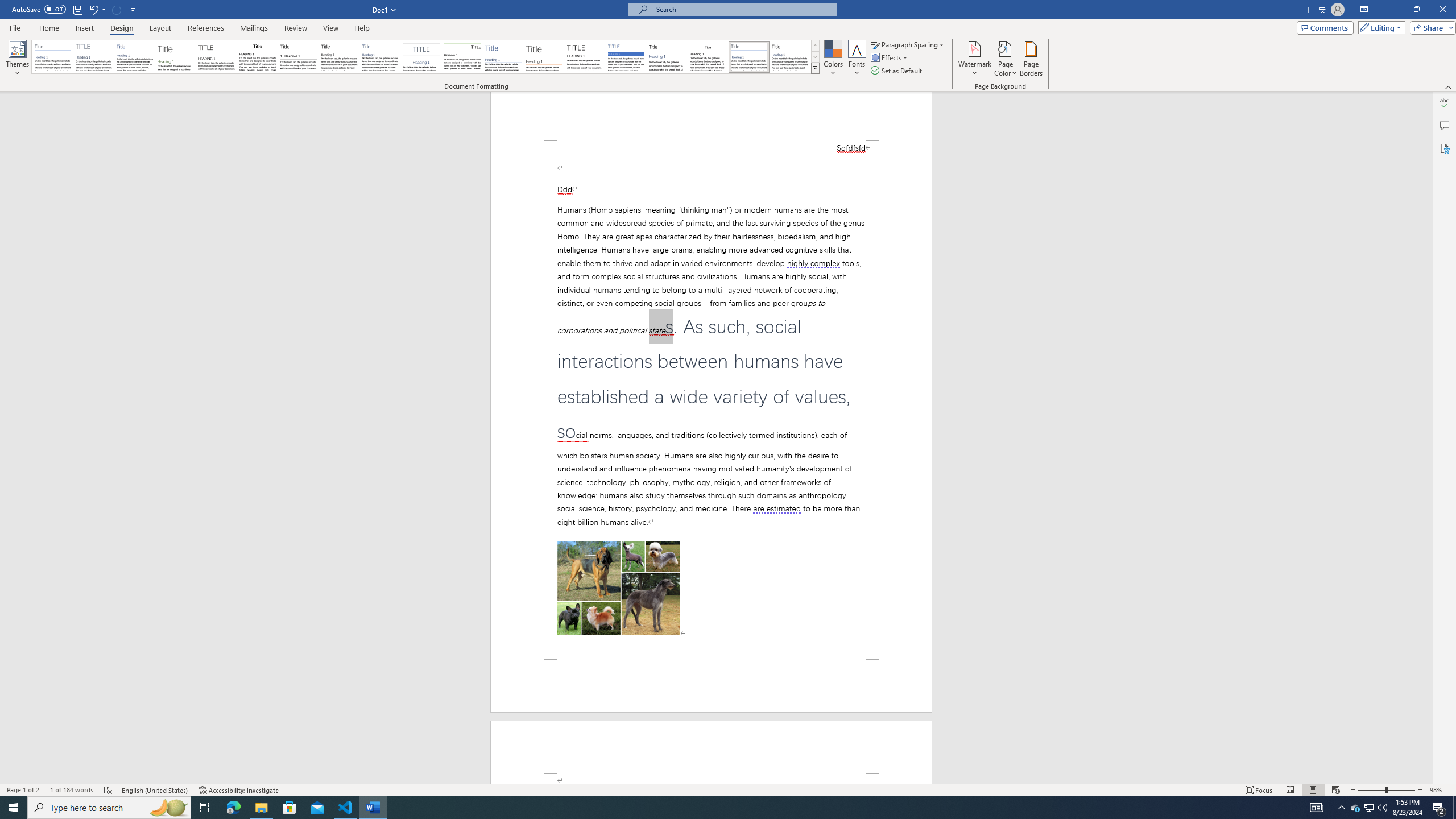 The width and height of the screenshot is (1456, 819). What do you see at coordinates (23, 790) in the screenshot?
I see `'Page Number Page 1 of 2'` at bounding box center [23, 790].